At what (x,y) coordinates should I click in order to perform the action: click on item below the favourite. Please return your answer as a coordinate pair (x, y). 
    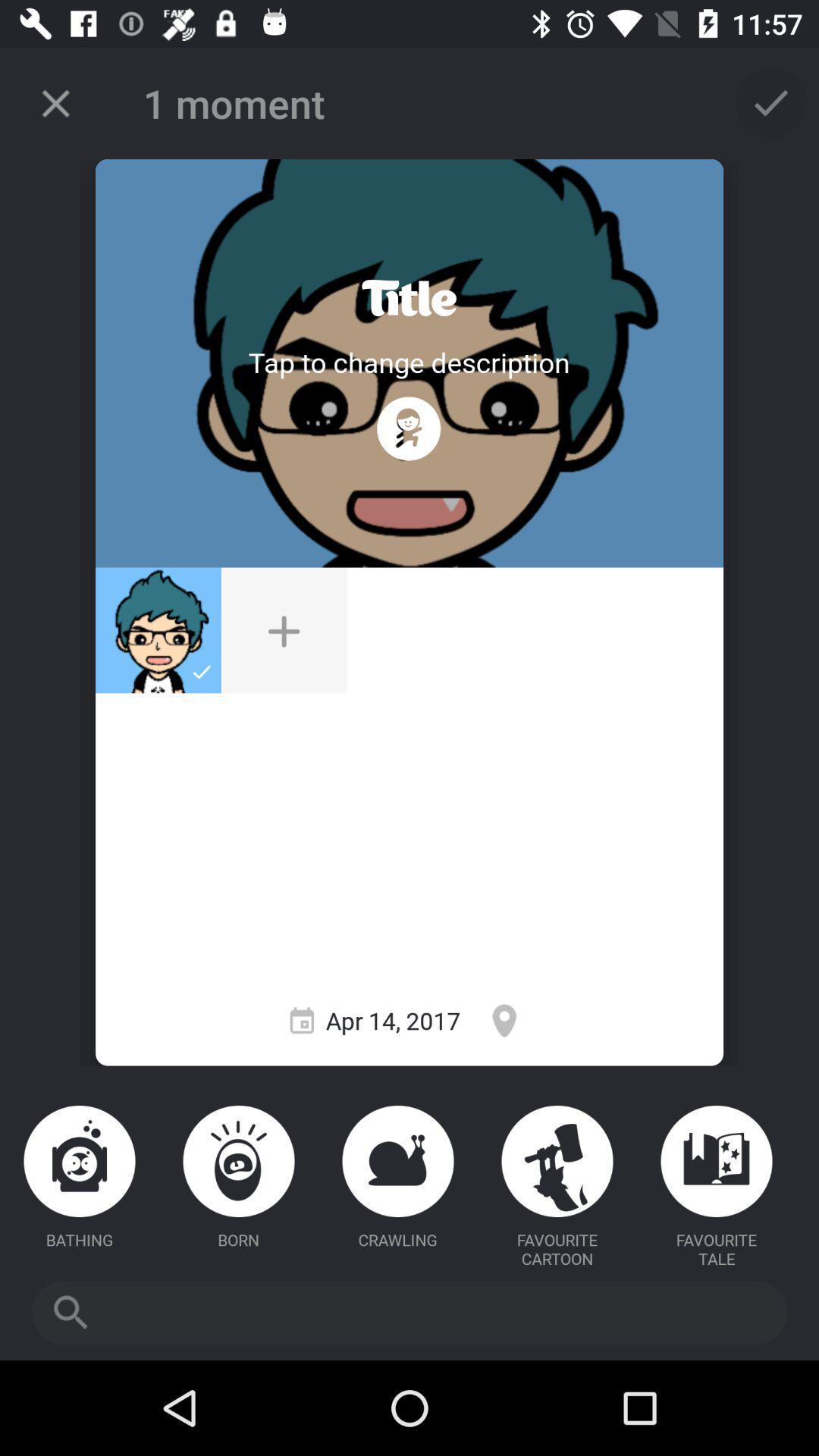
    Looking at the image, I should click on (409, 1312).